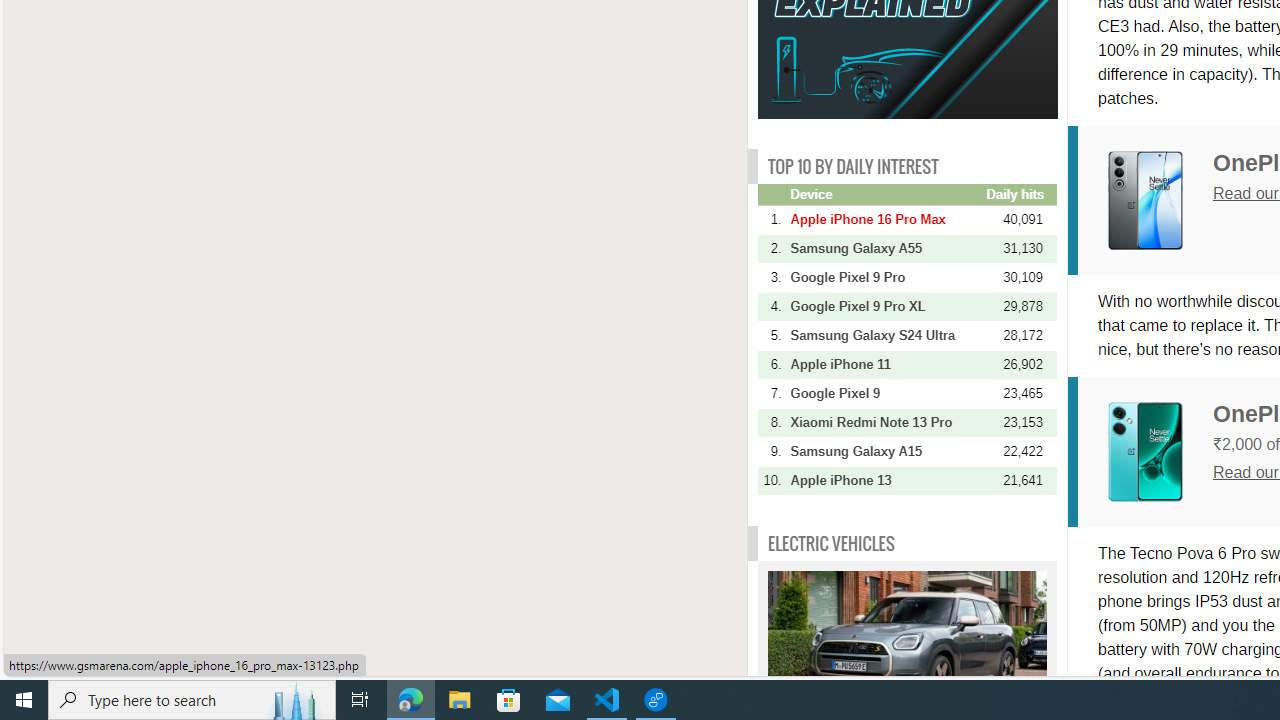 The image size is (1280, 720). Describe the element at coordinates (885, 364) in the screenshot. I see `'Apple iPhone 11'` at that location.